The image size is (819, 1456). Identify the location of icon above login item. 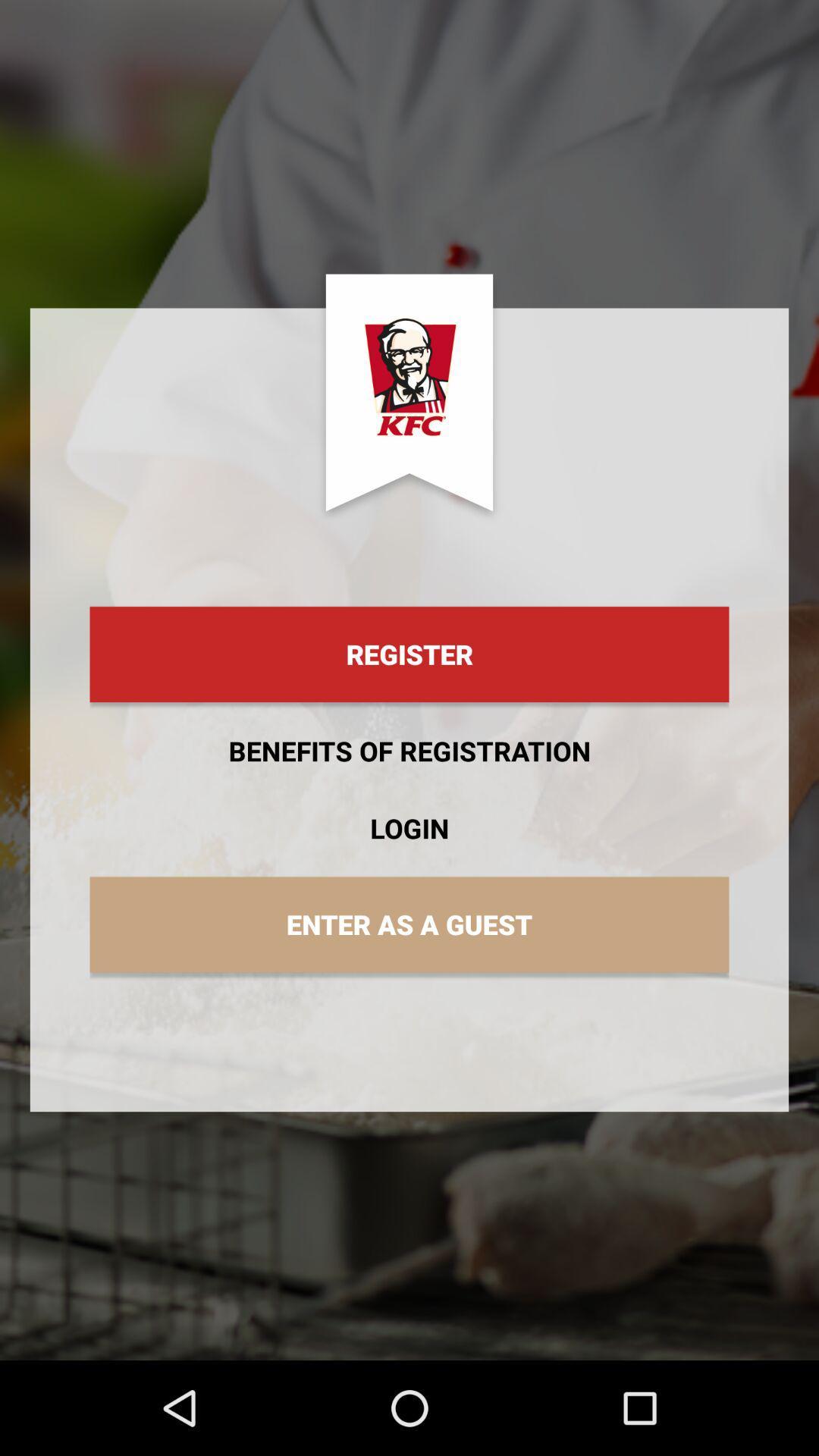
(409, 751).